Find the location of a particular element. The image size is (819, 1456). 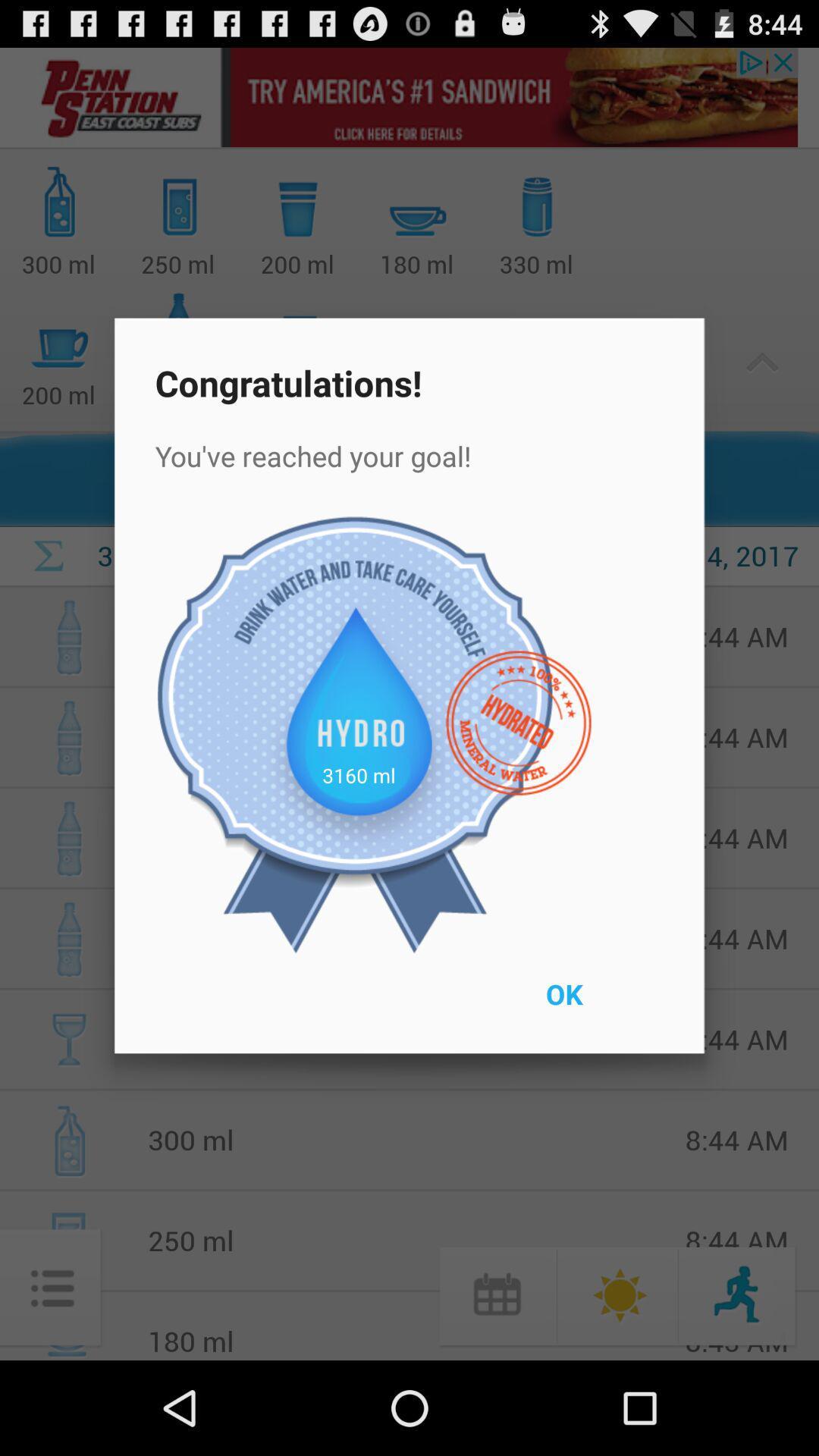

the button at the bottom right corner is located at coordinates (598, 1004).